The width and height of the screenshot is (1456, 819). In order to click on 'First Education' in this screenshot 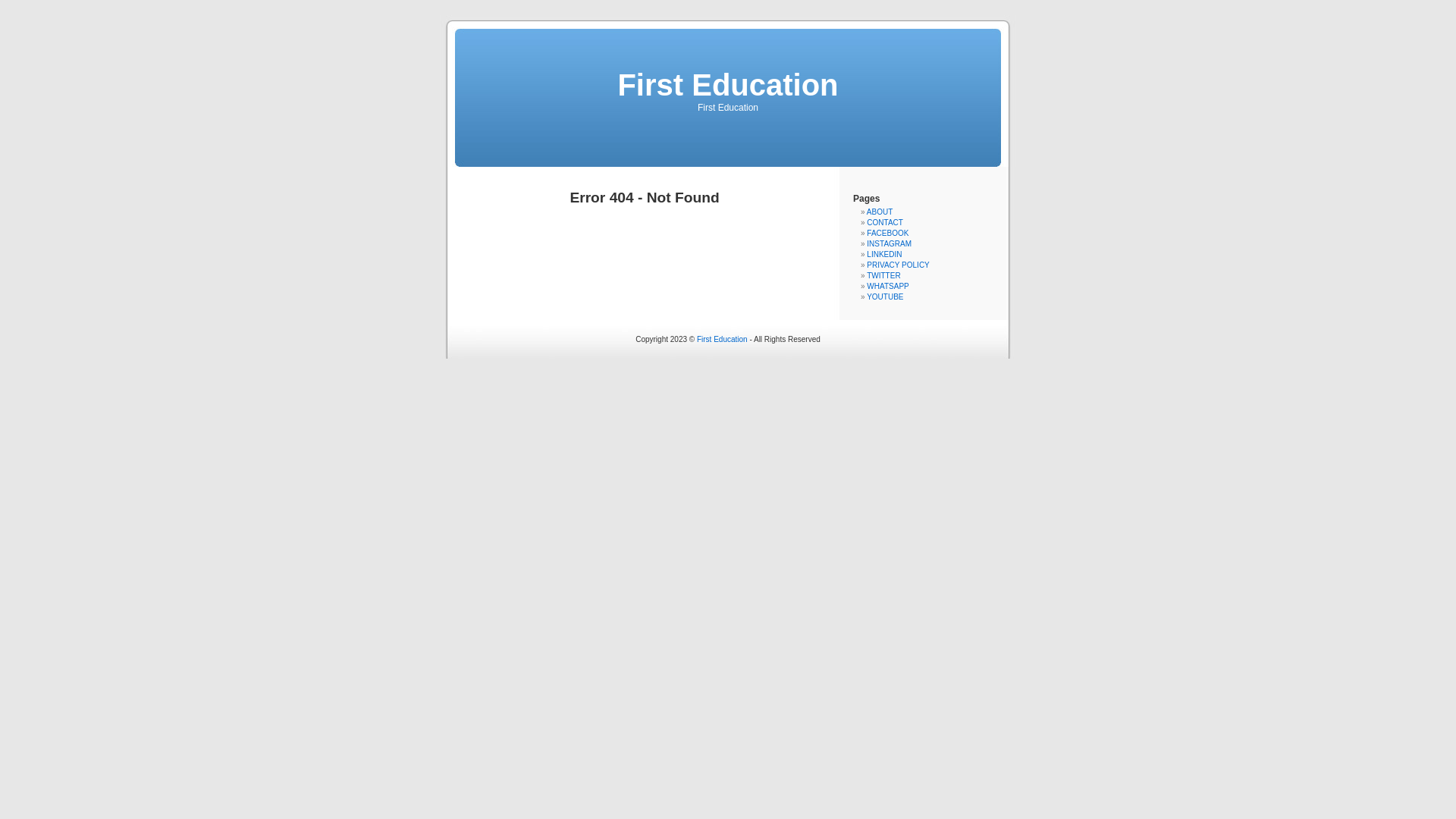, I will do `click(726, 84)`.